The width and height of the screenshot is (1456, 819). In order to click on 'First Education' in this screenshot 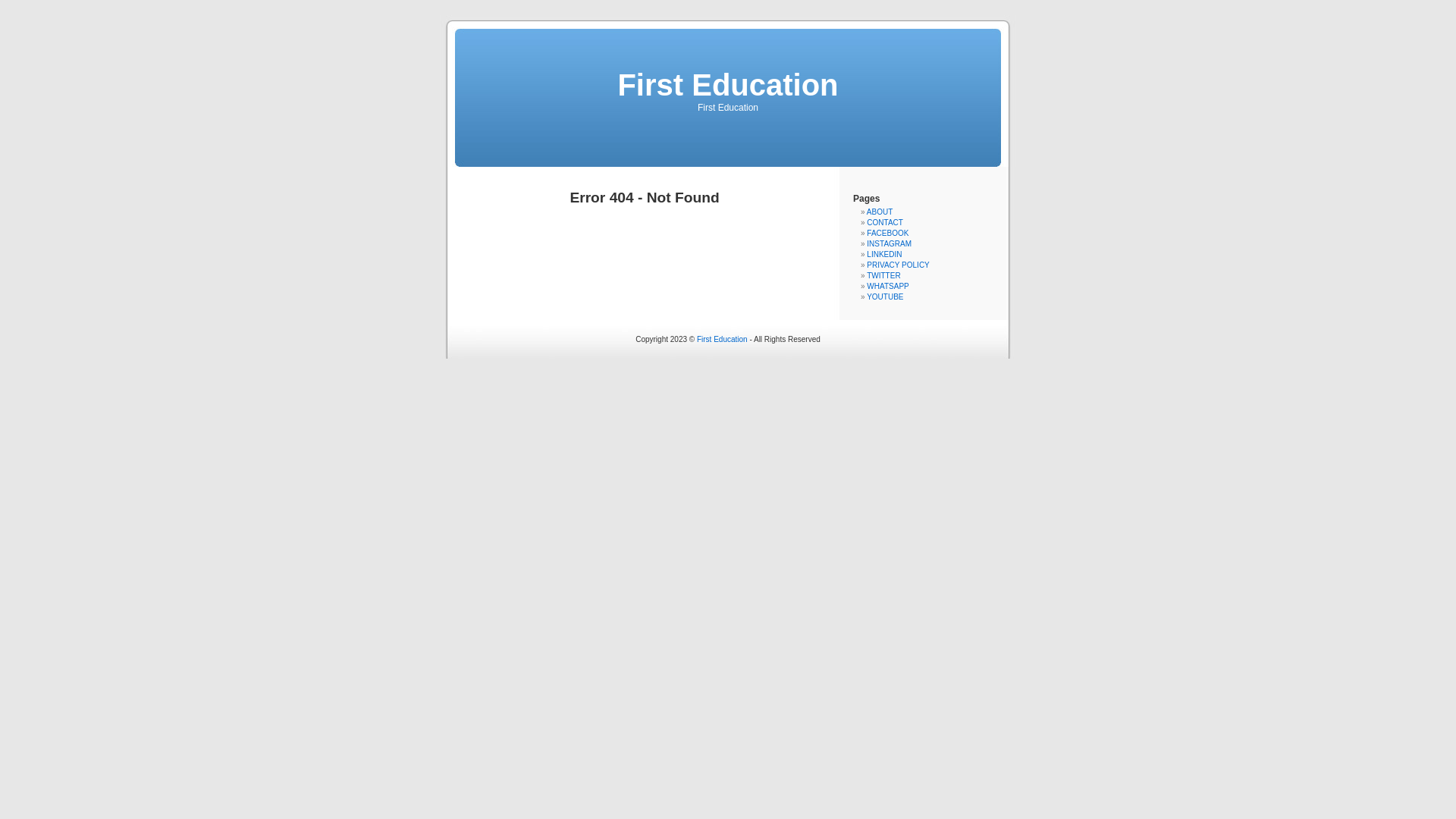, I will do `click(726, 84)`.